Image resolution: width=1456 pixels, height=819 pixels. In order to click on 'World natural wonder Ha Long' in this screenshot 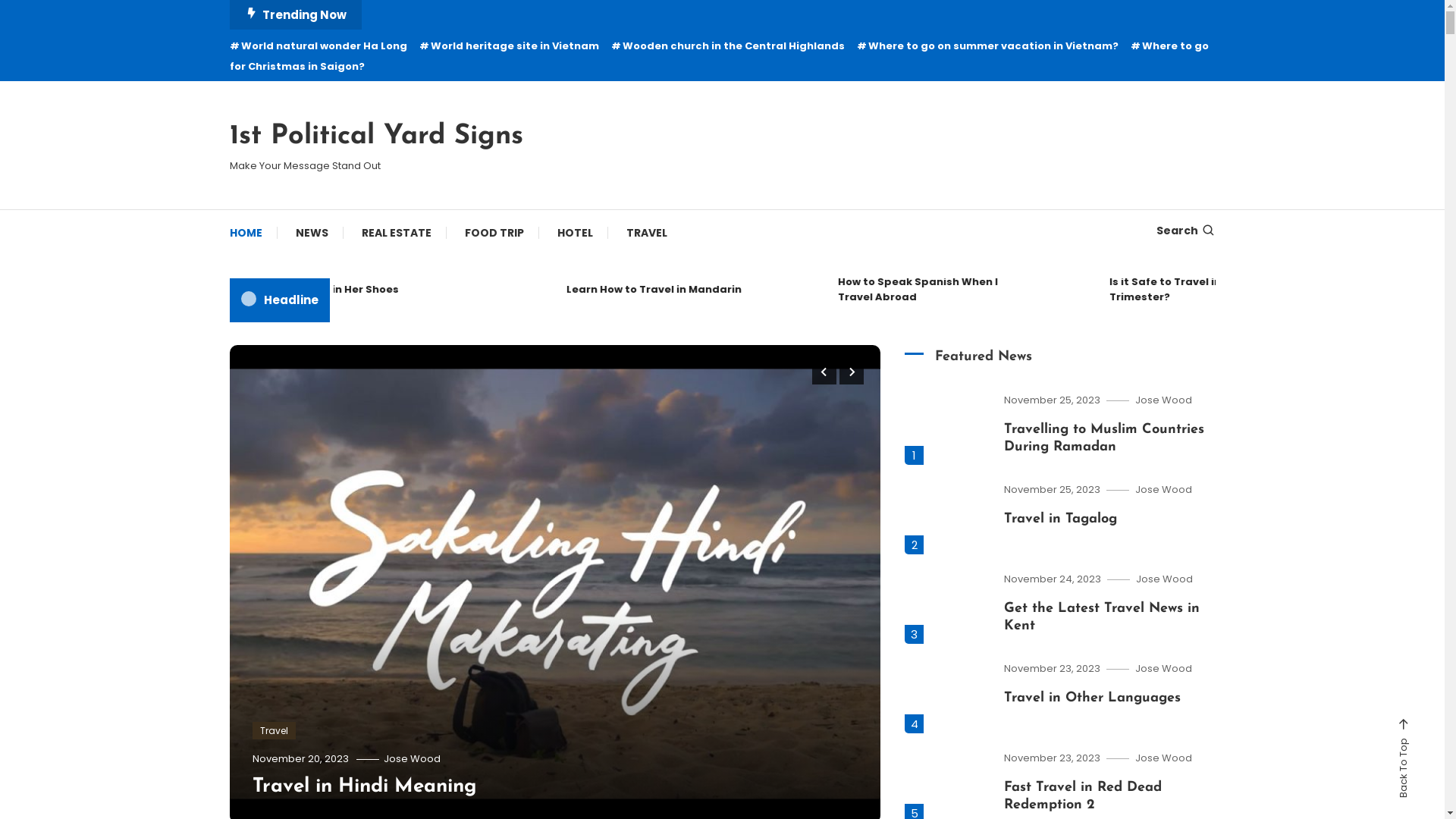, I will do `click(316, 45)`.